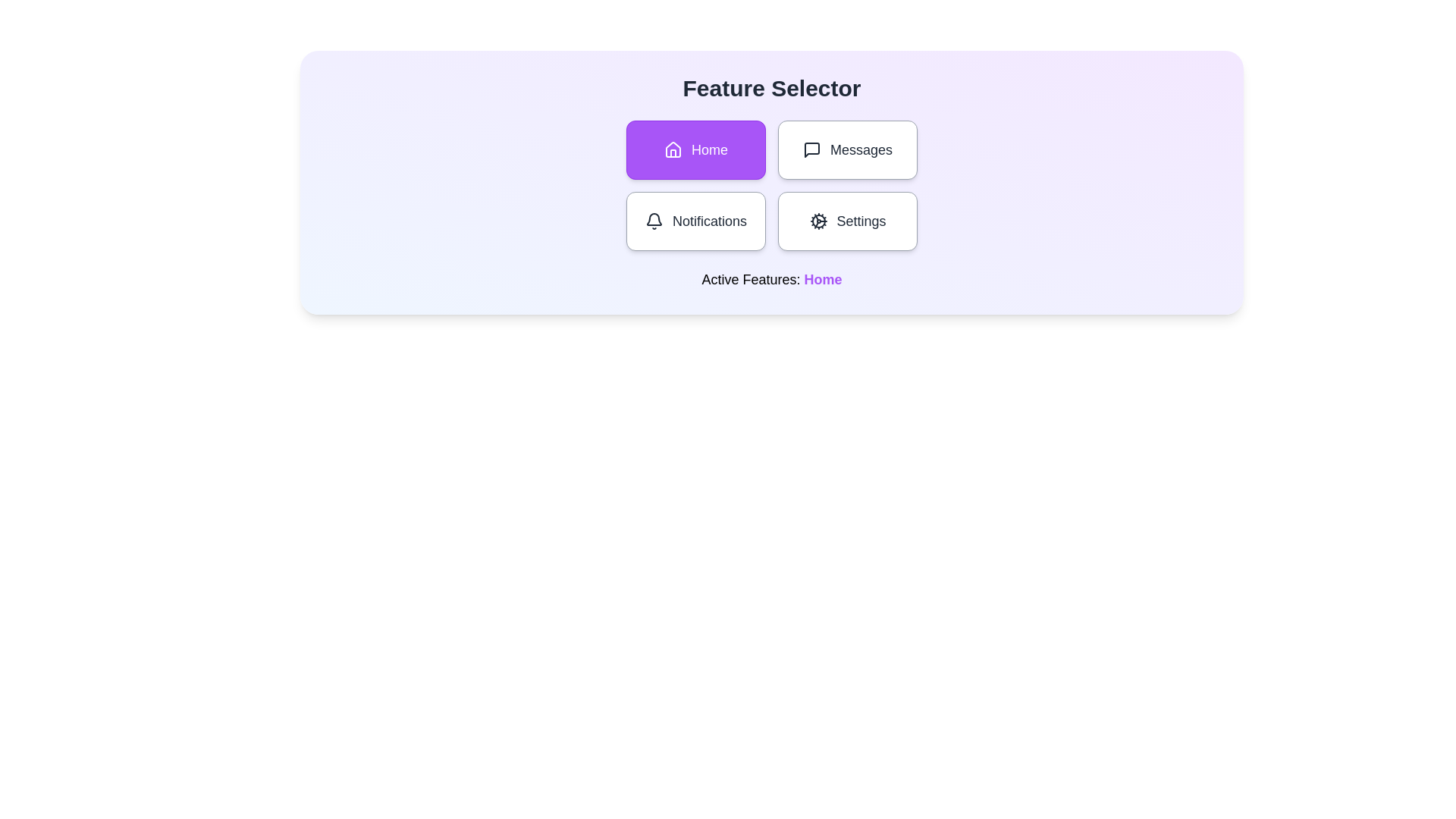 Image resolution: width=1456 pixels, height=819 pixels. Describe the element at coordinates (695, 221) in the screenshot. I see `the Notifications button, which is a rectangular button with a white background, gray text, and a bell icon on the left side, located in the lower-left quadrant of the Feature Selector grid` at that location.